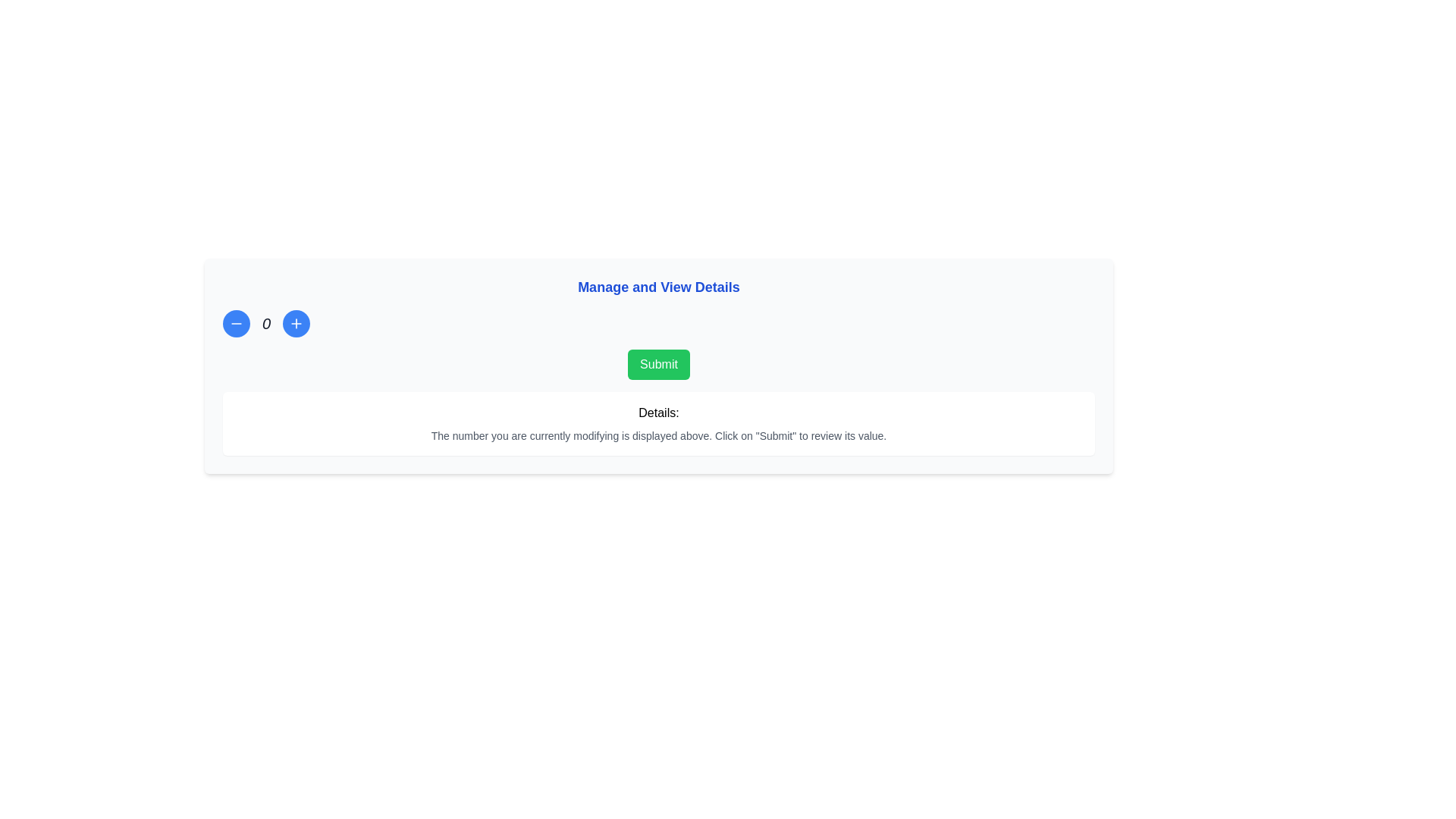 This screenshot has height=819, width=1456. What do you see at coordinates (236, 323) in the screenshot?
I see `the first interactive circular decrement button located to the left of the numeric value '0' to decrement the associated value by one` at bounding box center [236, 323].